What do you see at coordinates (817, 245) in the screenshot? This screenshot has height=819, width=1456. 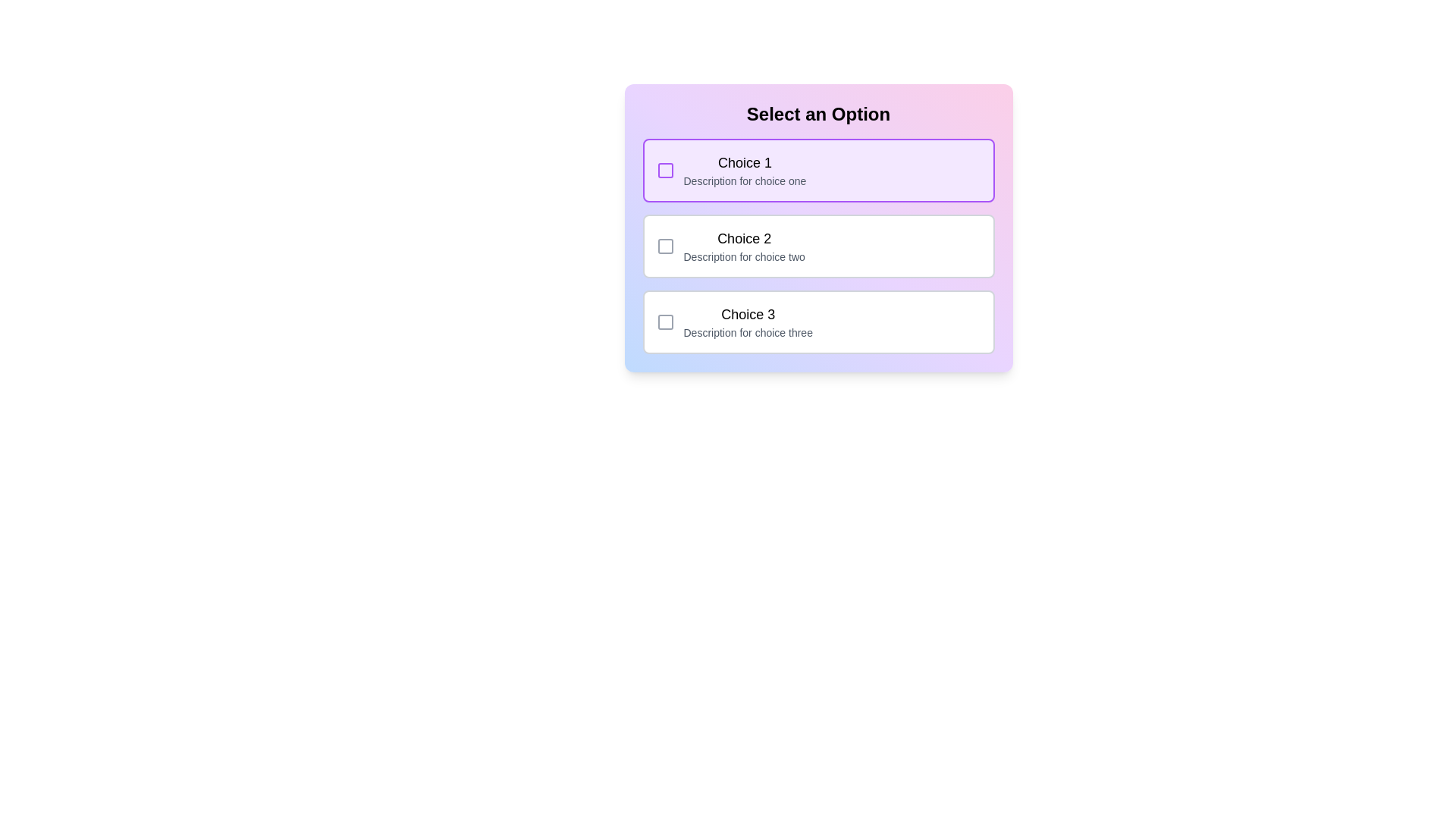 I see `the second option` at bounding box center [817, 245].